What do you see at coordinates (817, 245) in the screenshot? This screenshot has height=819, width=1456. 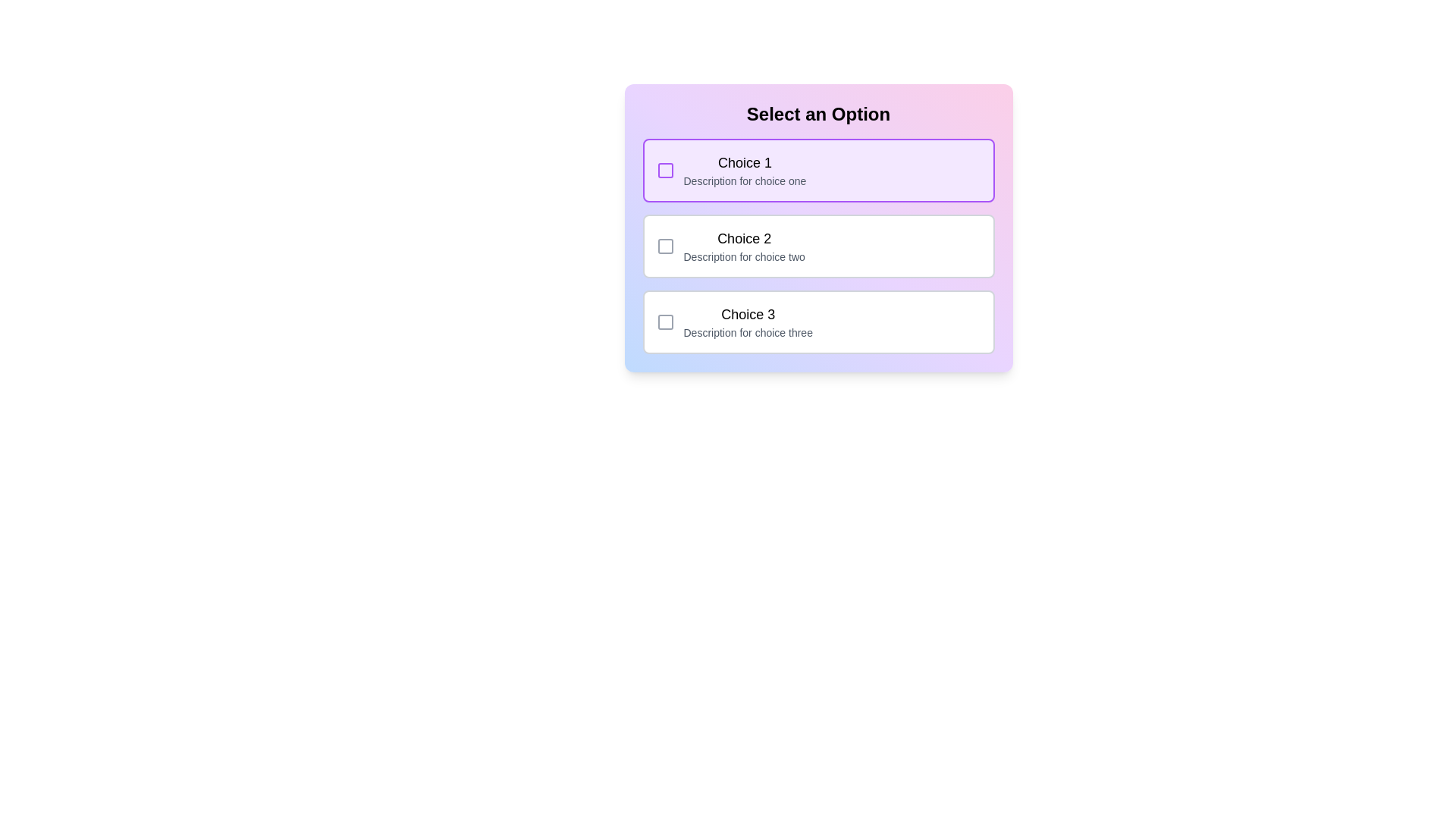 I see `the second option` at bounding box center [817, 245].